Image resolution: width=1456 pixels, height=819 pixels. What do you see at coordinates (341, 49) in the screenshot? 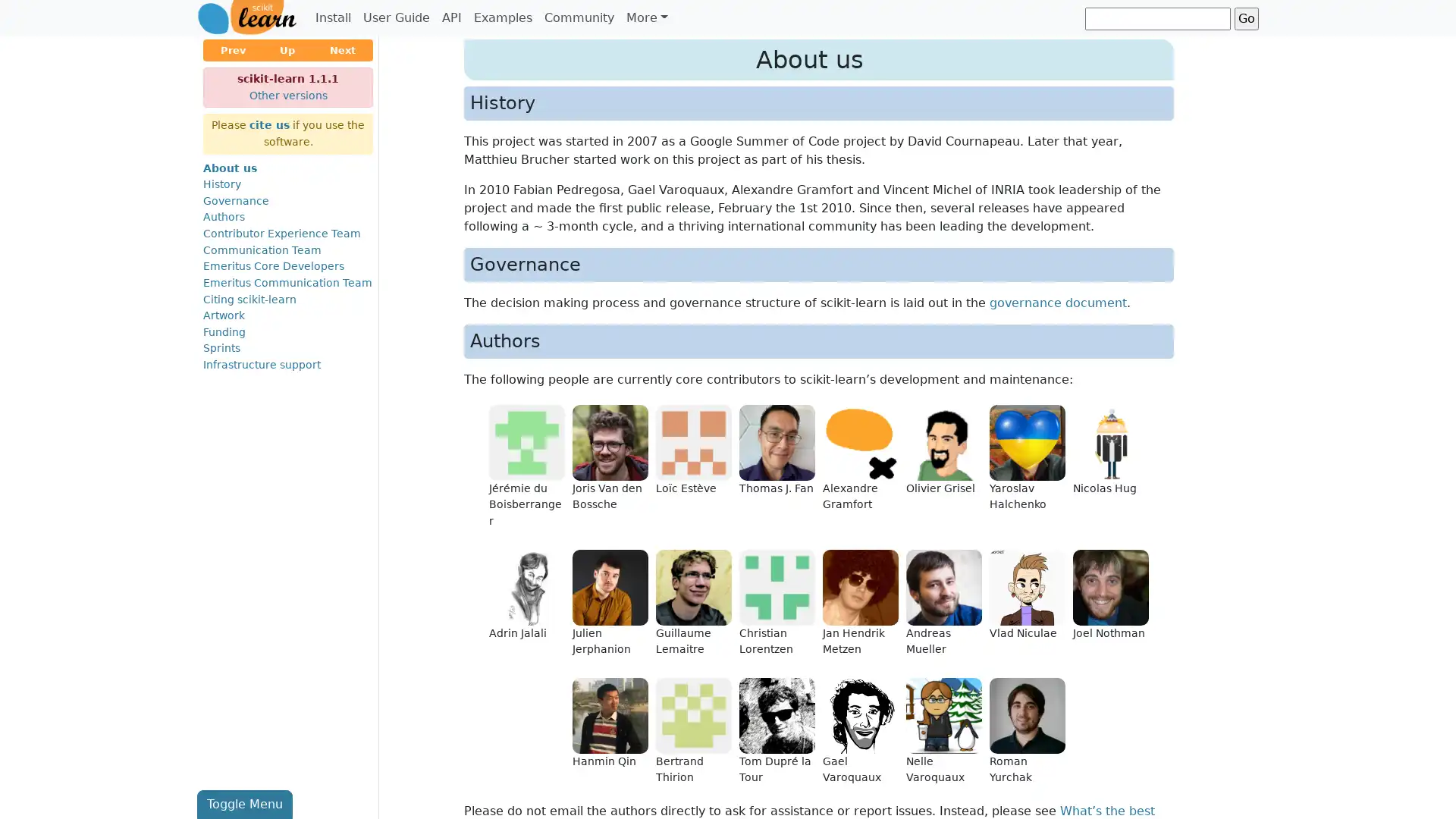
I see `Next` at bounding box center [341, 49].